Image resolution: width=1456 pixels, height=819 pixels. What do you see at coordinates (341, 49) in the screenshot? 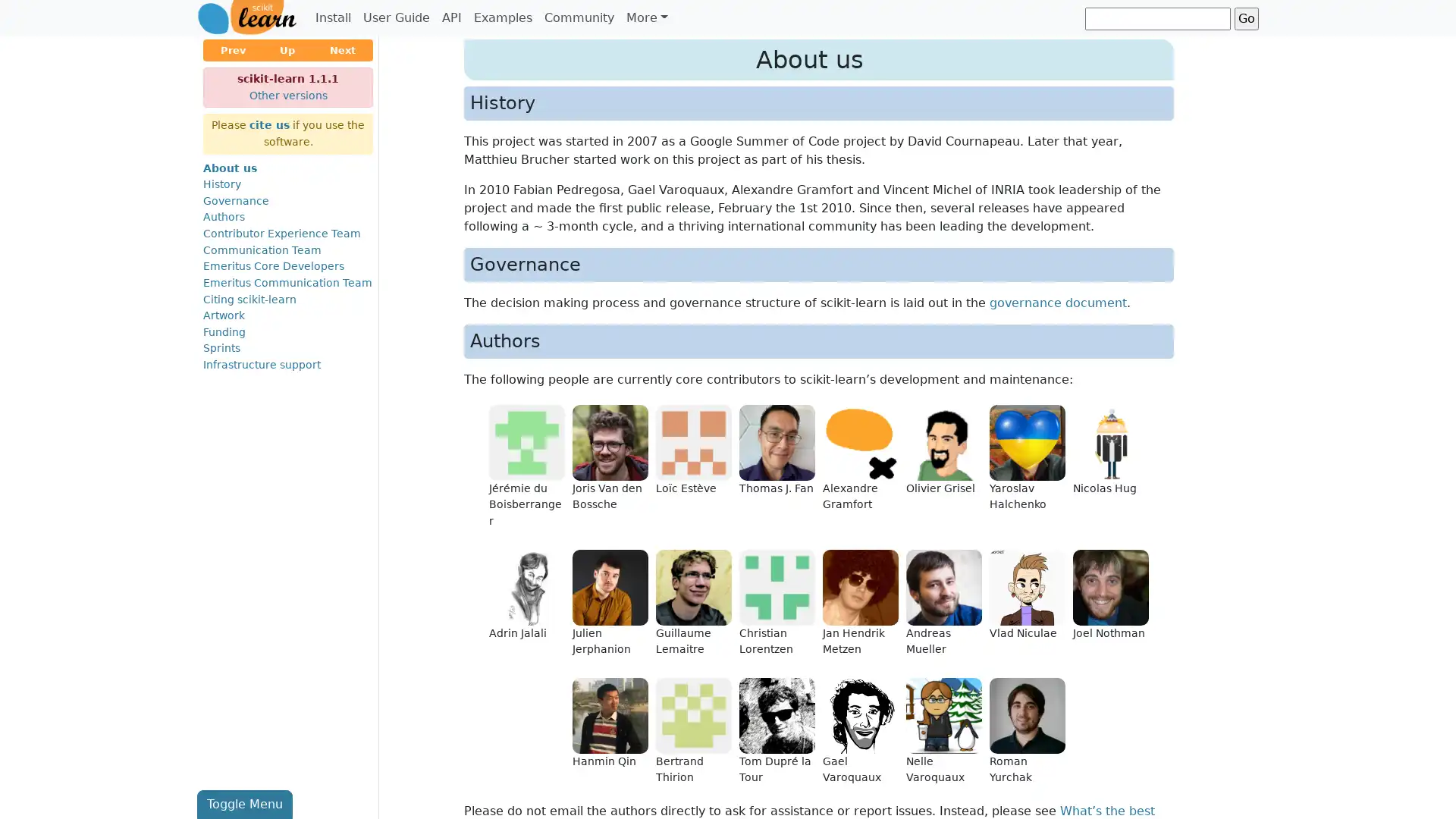
I see `Next` at bounding box center [341, 49].